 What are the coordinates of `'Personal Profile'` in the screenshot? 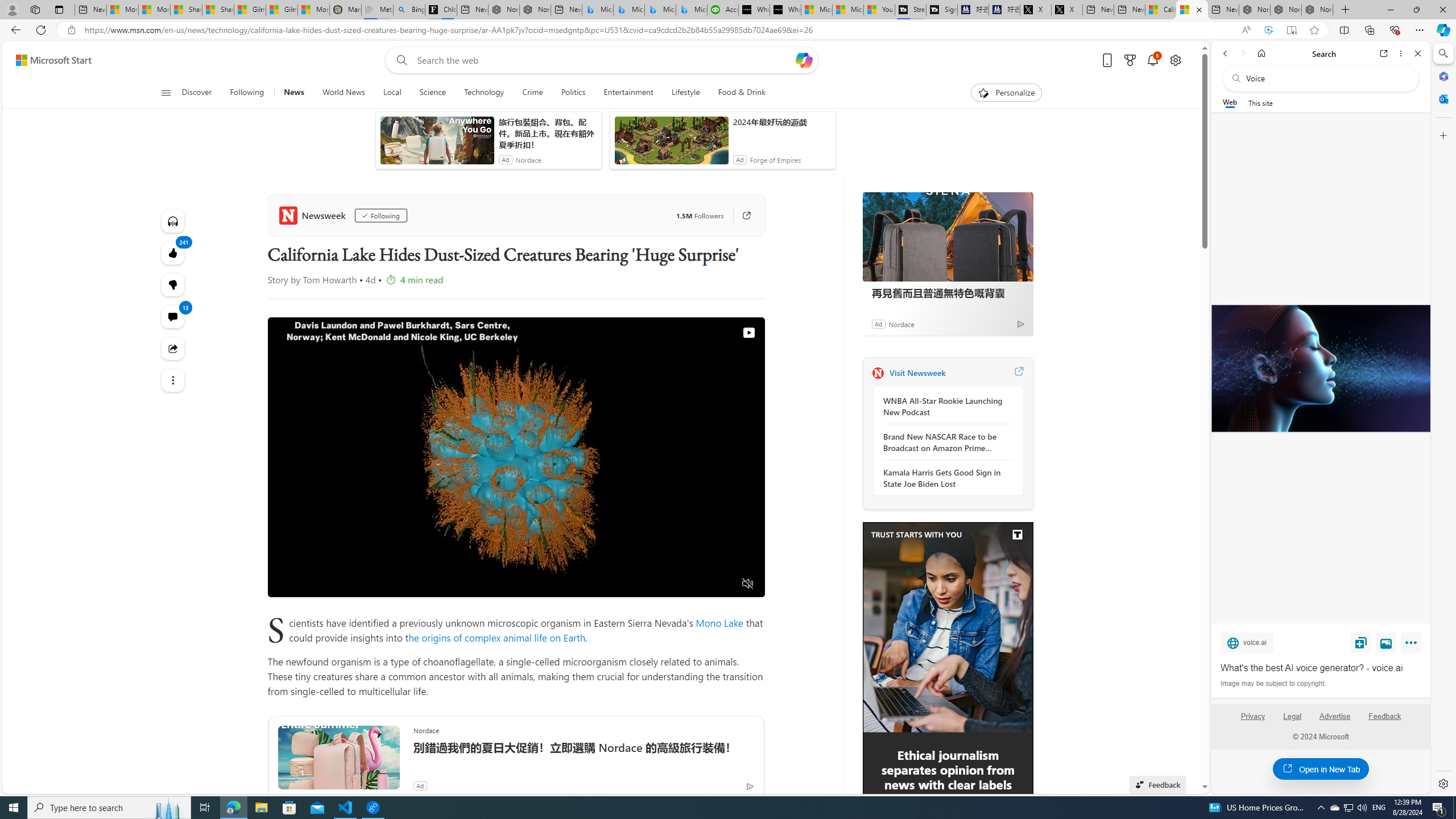 It's located at (11, 9).